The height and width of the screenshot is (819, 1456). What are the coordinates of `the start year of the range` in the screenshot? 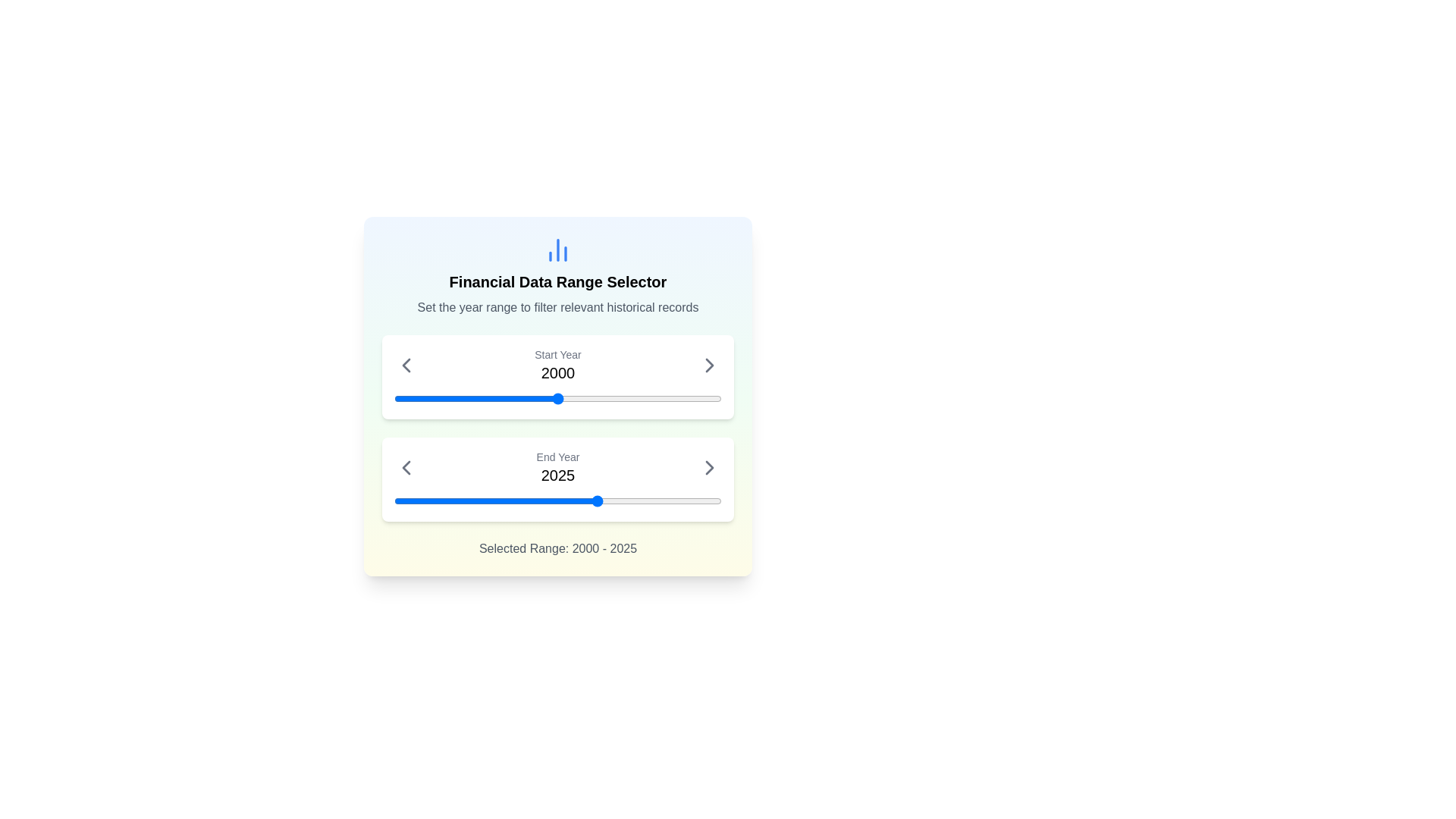 It's located at (633, 397).